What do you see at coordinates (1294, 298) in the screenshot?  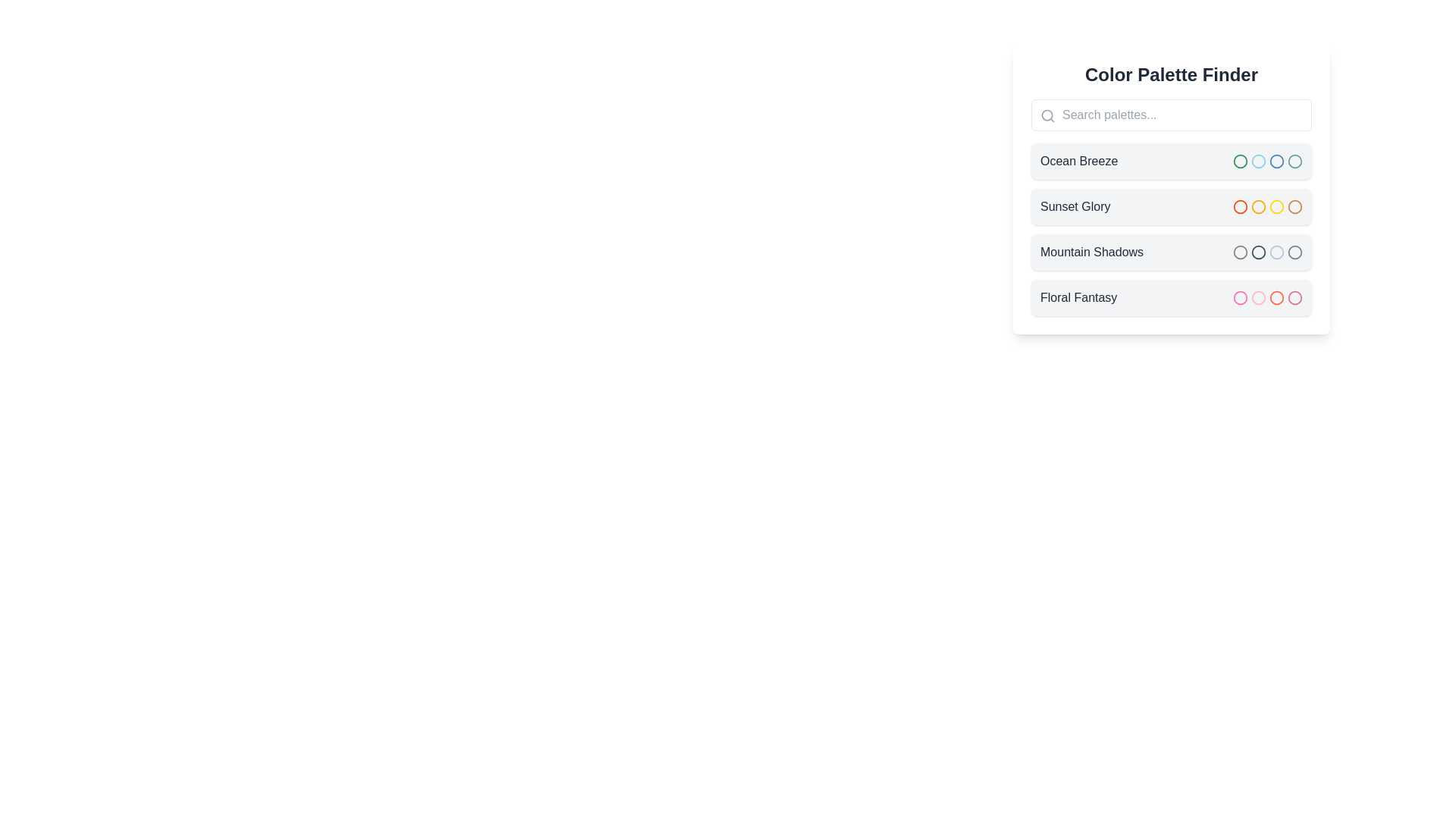 I see `the innermost circular SVG component of the color palette selector in the 'Floral Fantasy' section` at bounding box center [1294, 298].